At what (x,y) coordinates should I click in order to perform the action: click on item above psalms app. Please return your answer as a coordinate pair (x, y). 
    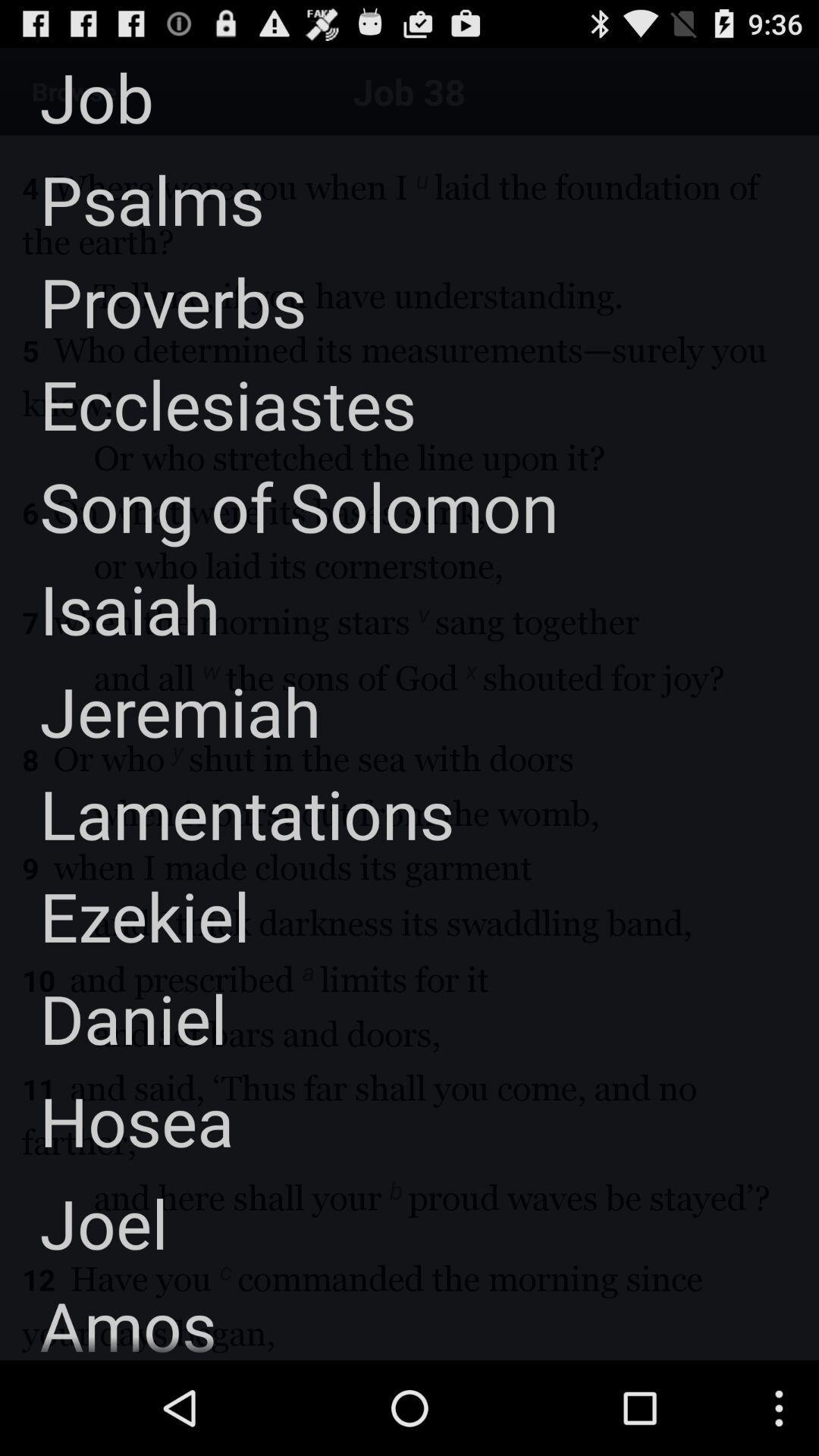
    Looking at the image, I should click on (77, 96).